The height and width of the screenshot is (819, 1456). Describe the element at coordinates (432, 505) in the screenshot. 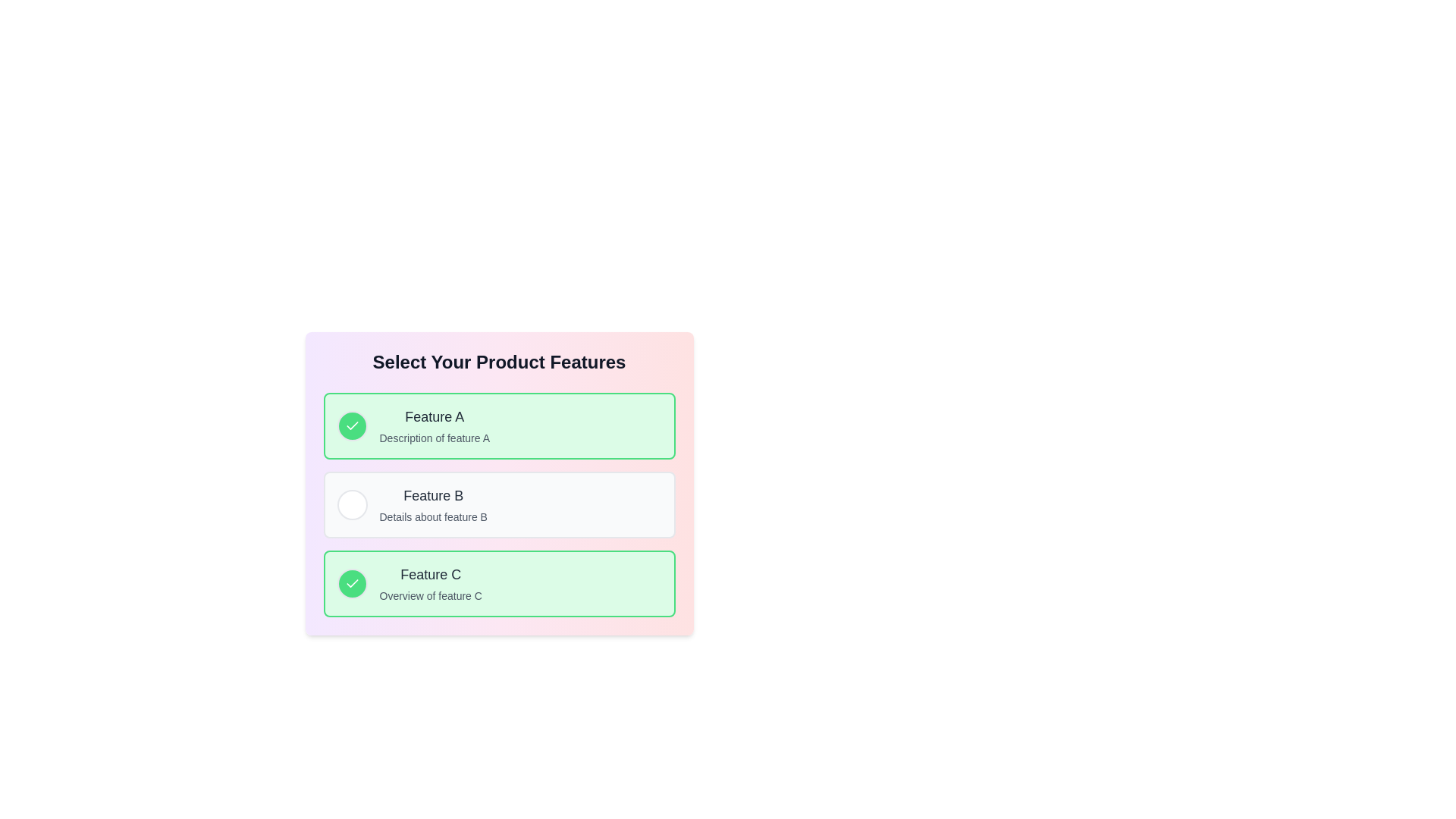

I see `text block containing the title 'Feature B' and description 'Details about feature B', located in the middle card of the second selectable card in the 'Select Your Product Features' section` at that location.